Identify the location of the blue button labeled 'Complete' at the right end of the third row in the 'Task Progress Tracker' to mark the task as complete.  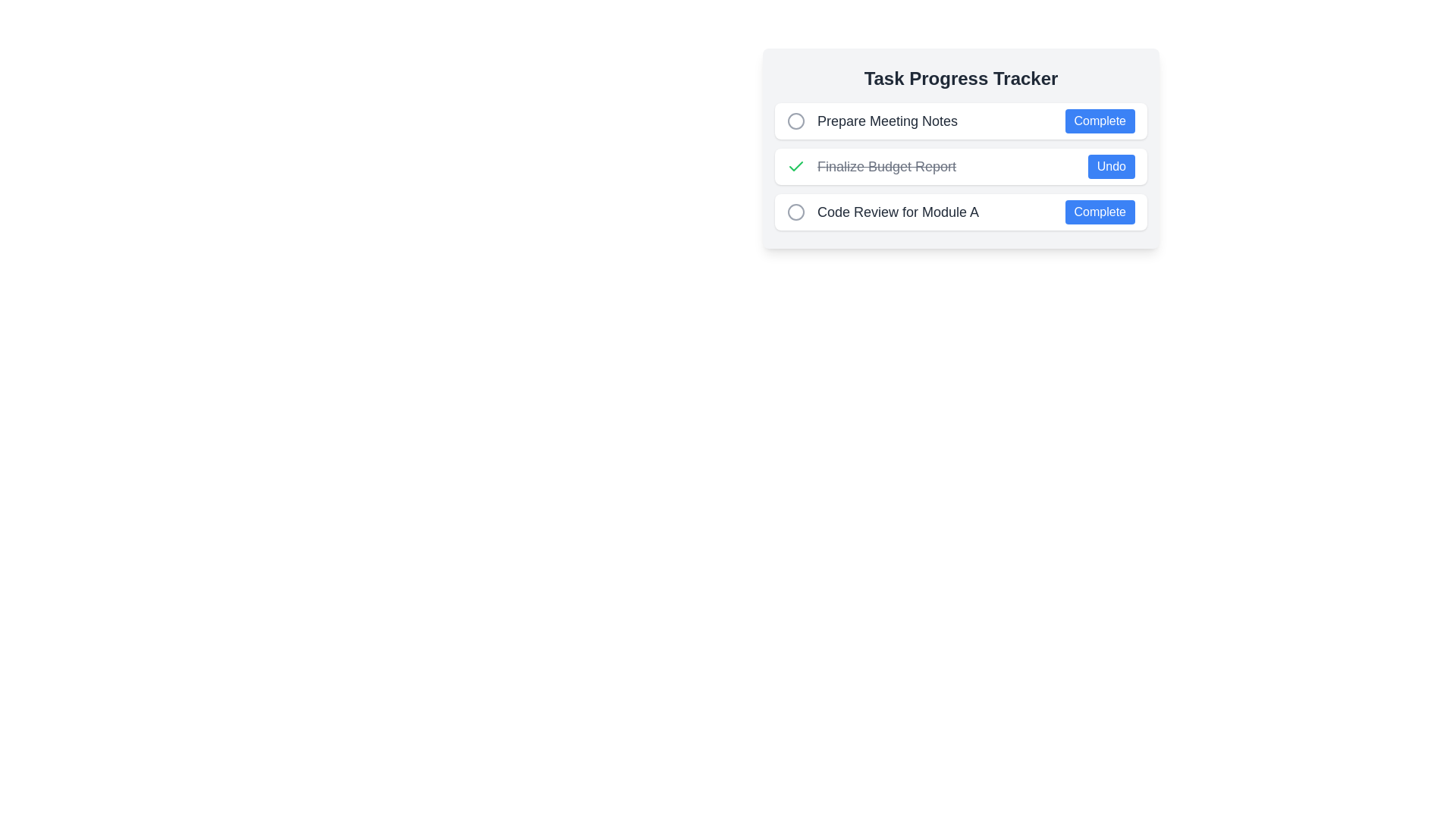
(1100, 212).